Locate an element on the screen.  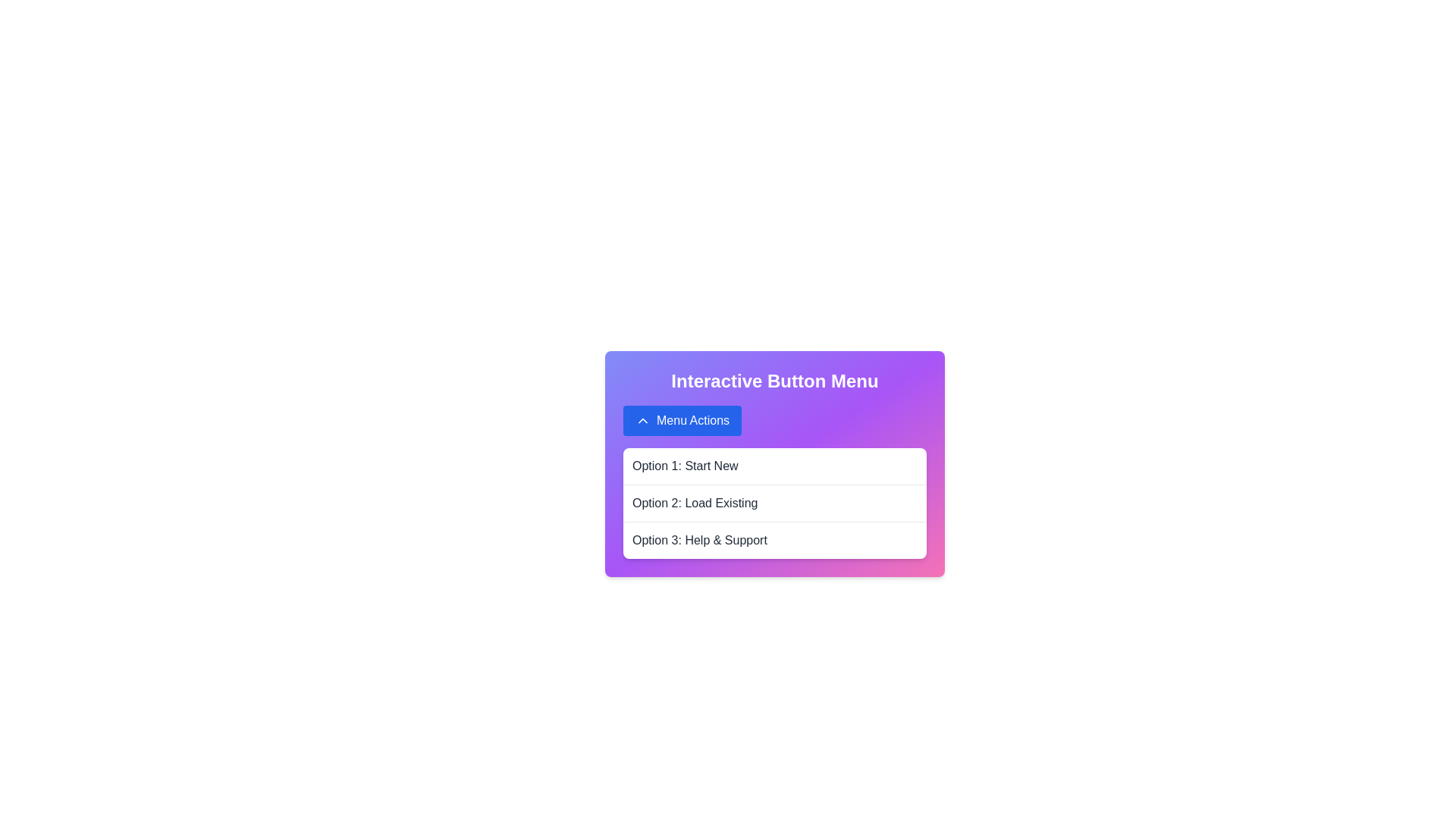
the interactive button is located at coordinates (682, 421).